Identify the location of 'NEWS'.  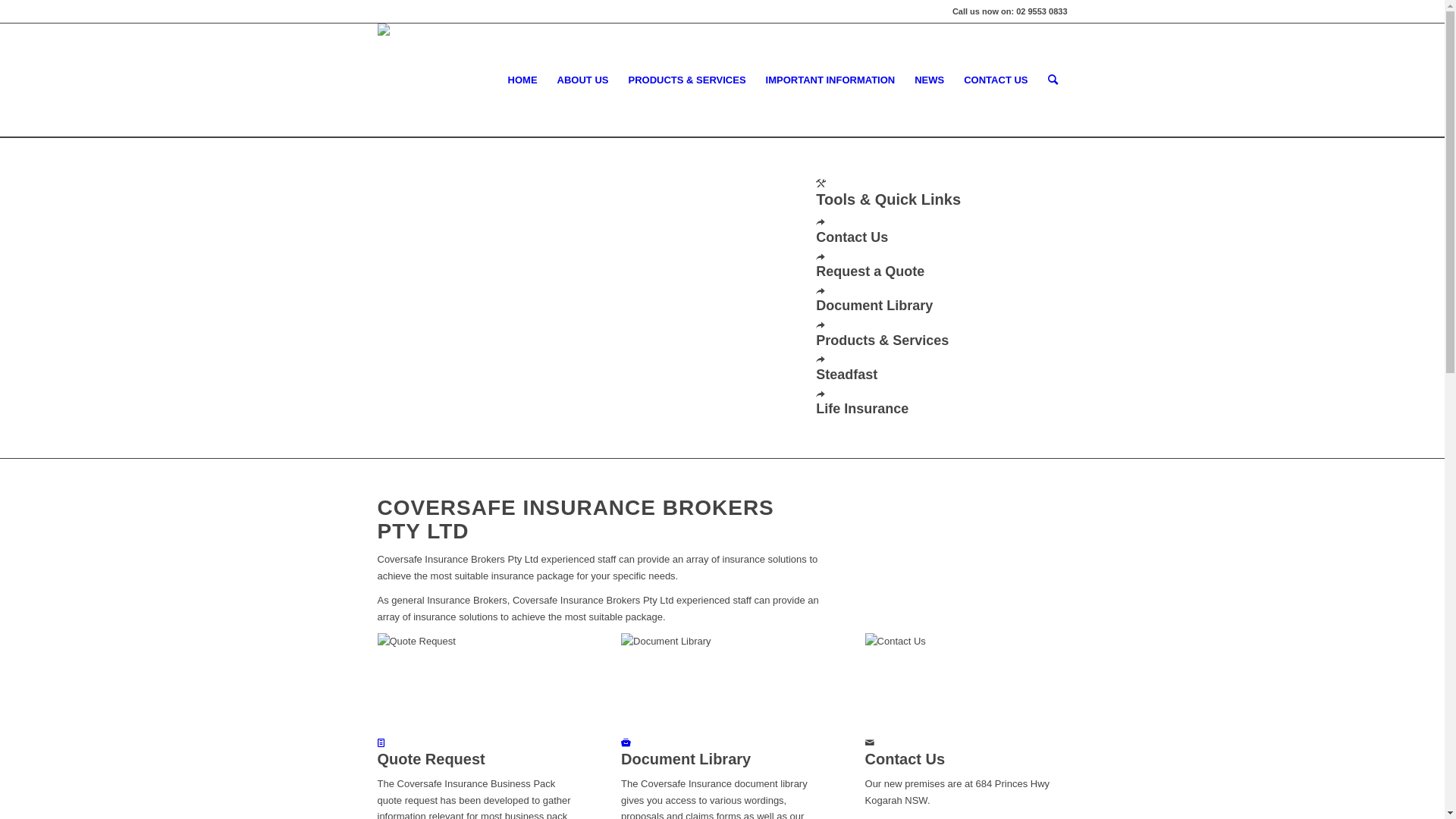
(928, 80).